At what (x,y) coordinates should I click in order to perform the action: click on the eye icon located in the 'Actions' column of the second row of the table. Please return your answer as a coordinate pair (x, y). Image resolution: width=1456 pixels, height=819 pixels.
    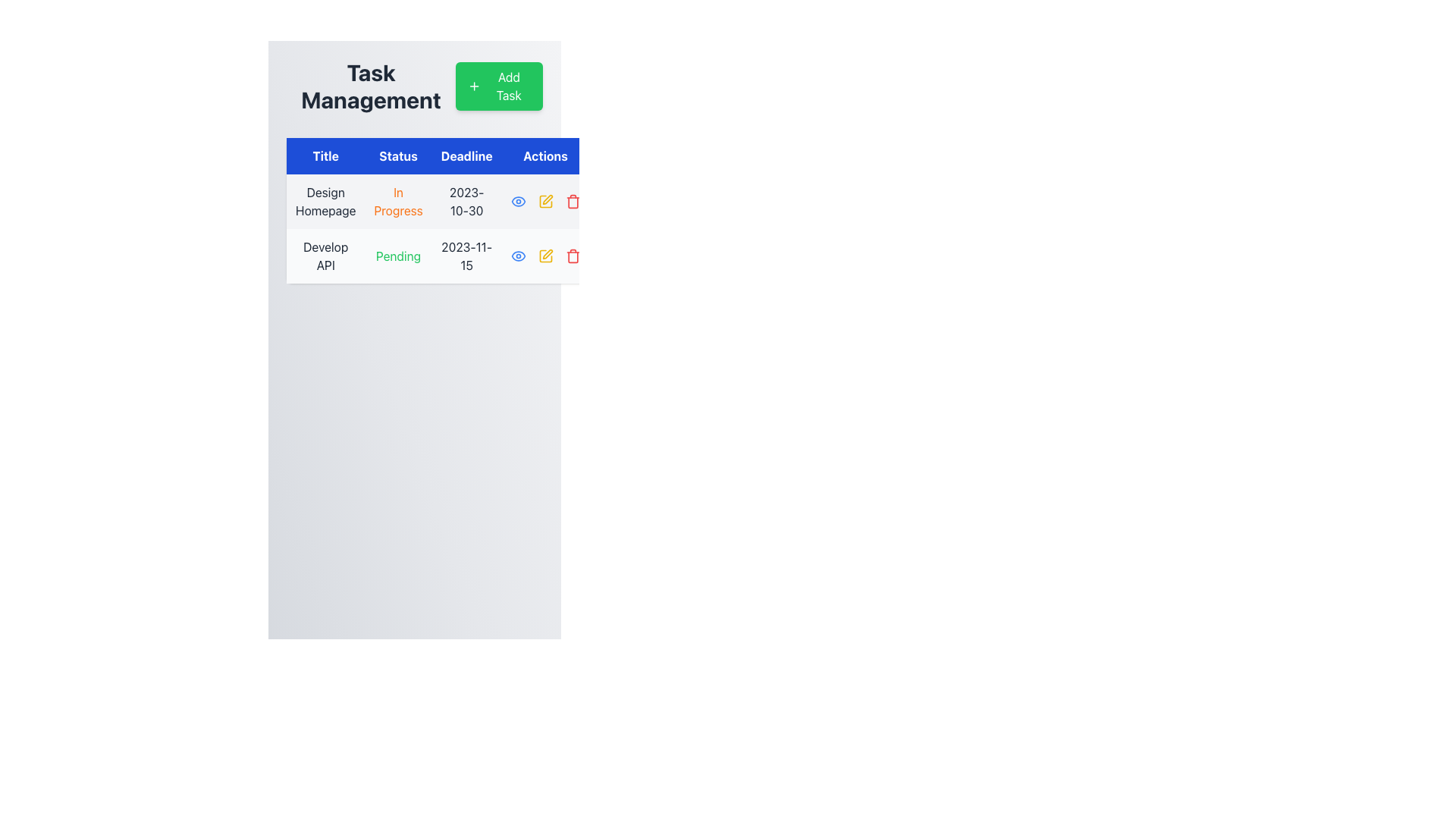
    Looking at the image, I should click on (518, 201).